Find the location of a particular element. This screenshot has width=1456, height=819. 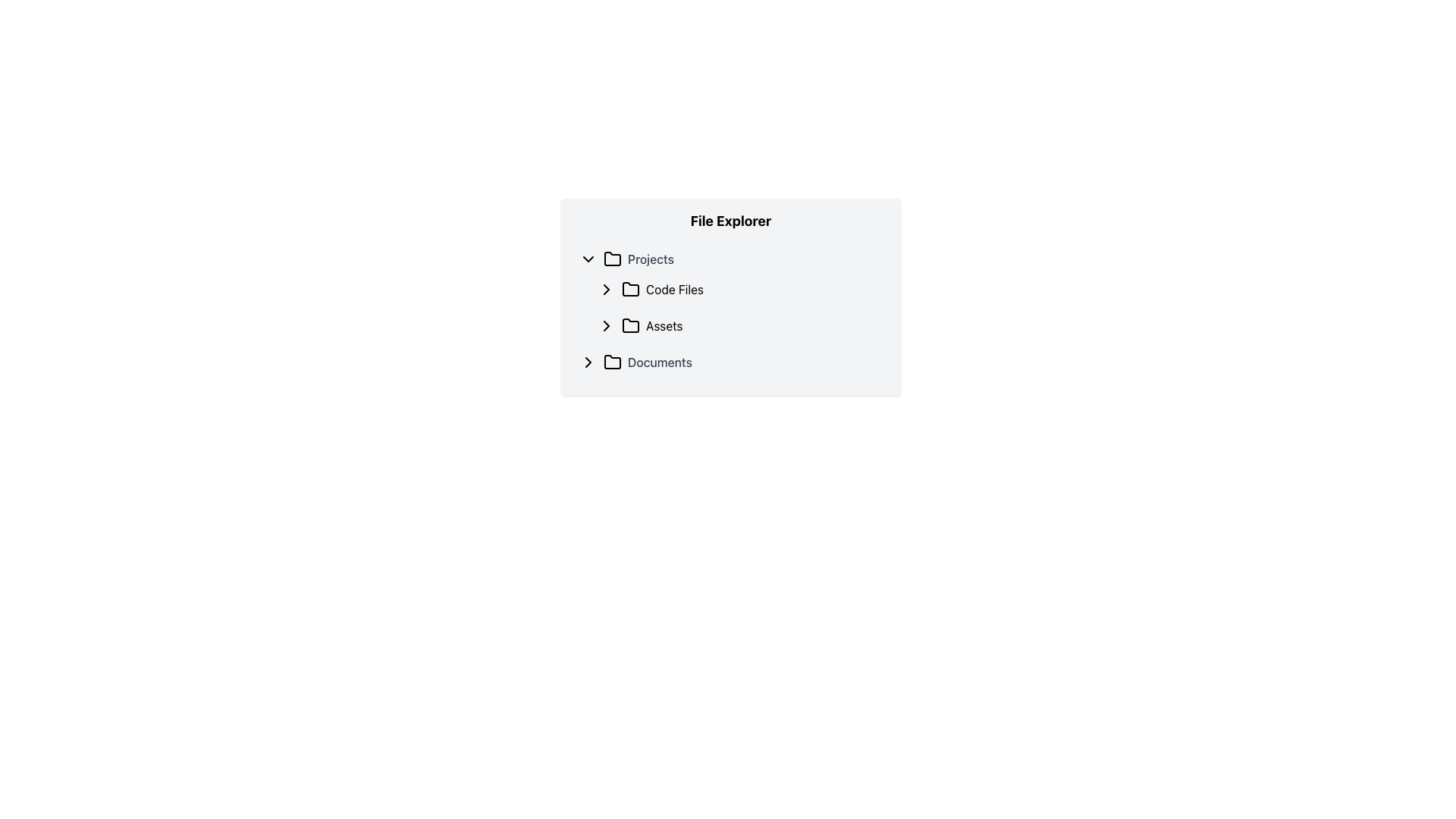

the right-facing chevron arrow icon next to the 'Code Files' folder label is located at coordinates (607, 289).